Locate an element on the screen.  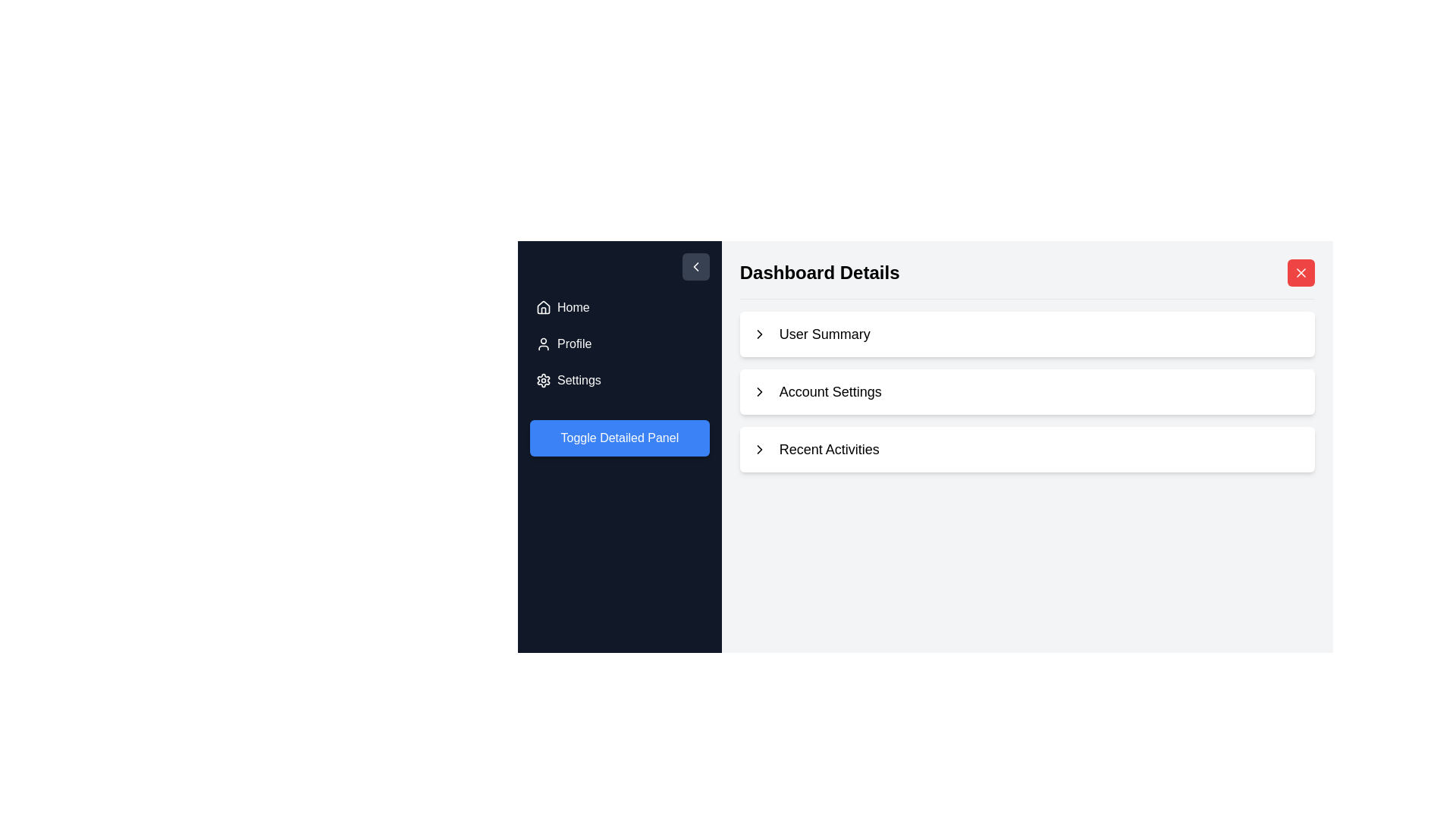
the icon button located at the top-right corner of the navigation panel is located at coordinates (695, 265).